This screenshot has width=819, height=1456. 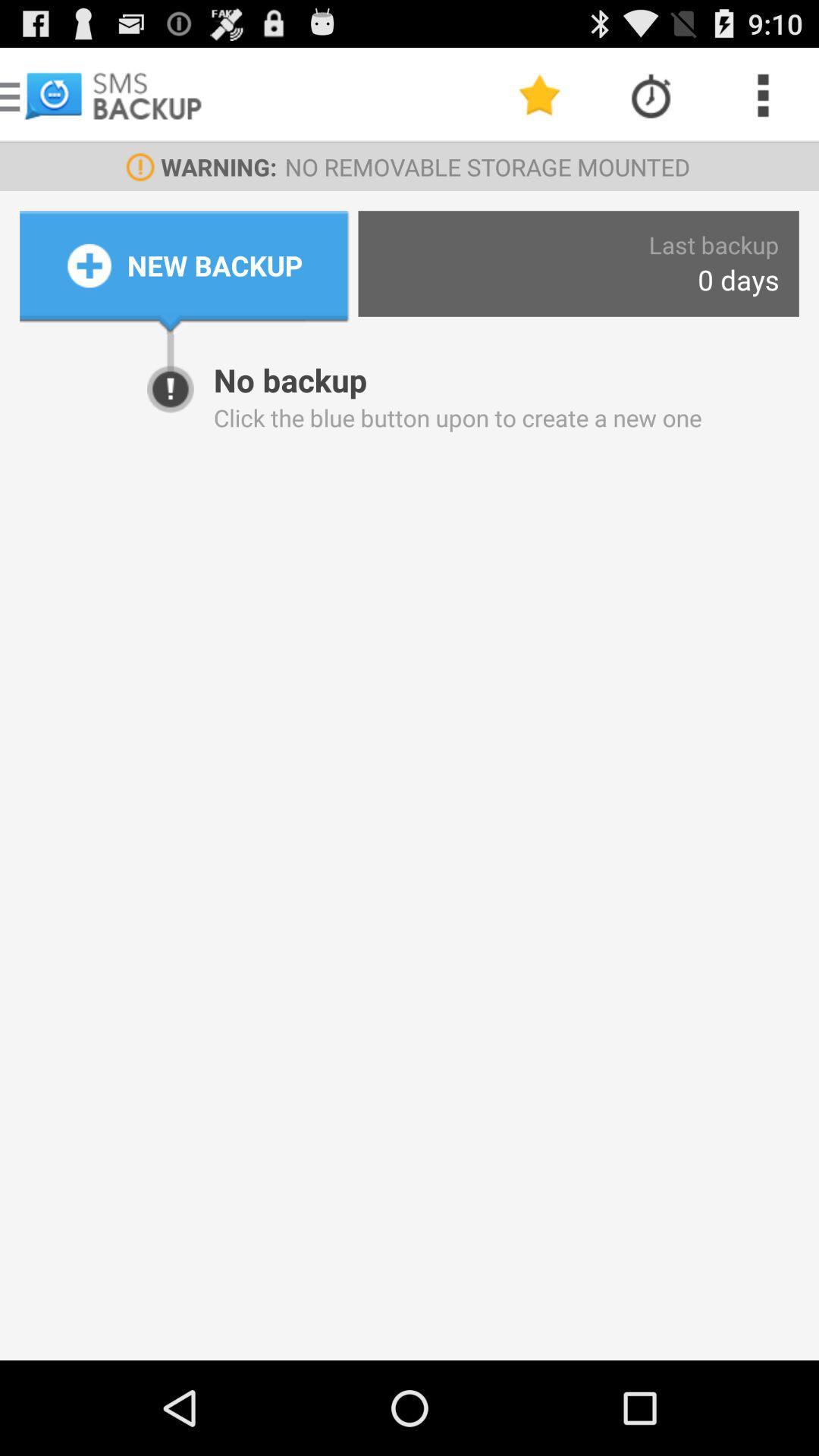 What do you see at coordinates (539, 94) in the screenshot?
I see `the app to the right of warning: item` at bounding box center [539, 94].